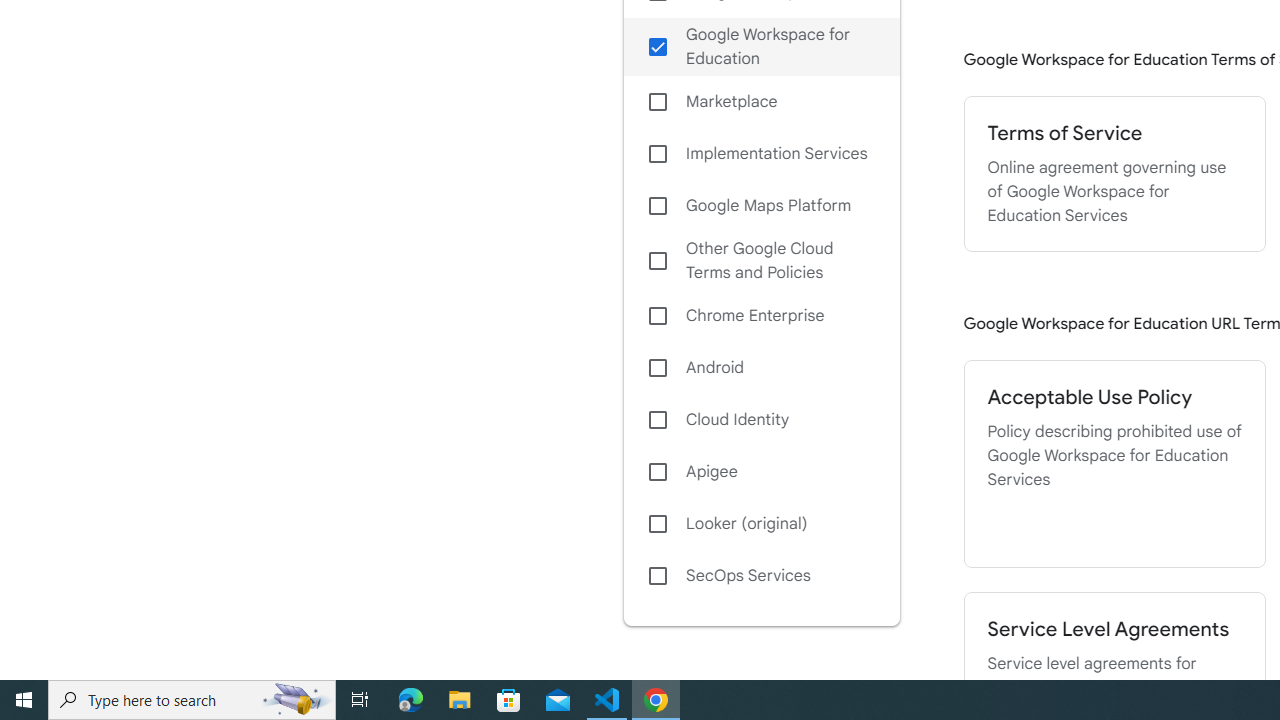  I want to click on 'Marketplace', so click(760, 102).